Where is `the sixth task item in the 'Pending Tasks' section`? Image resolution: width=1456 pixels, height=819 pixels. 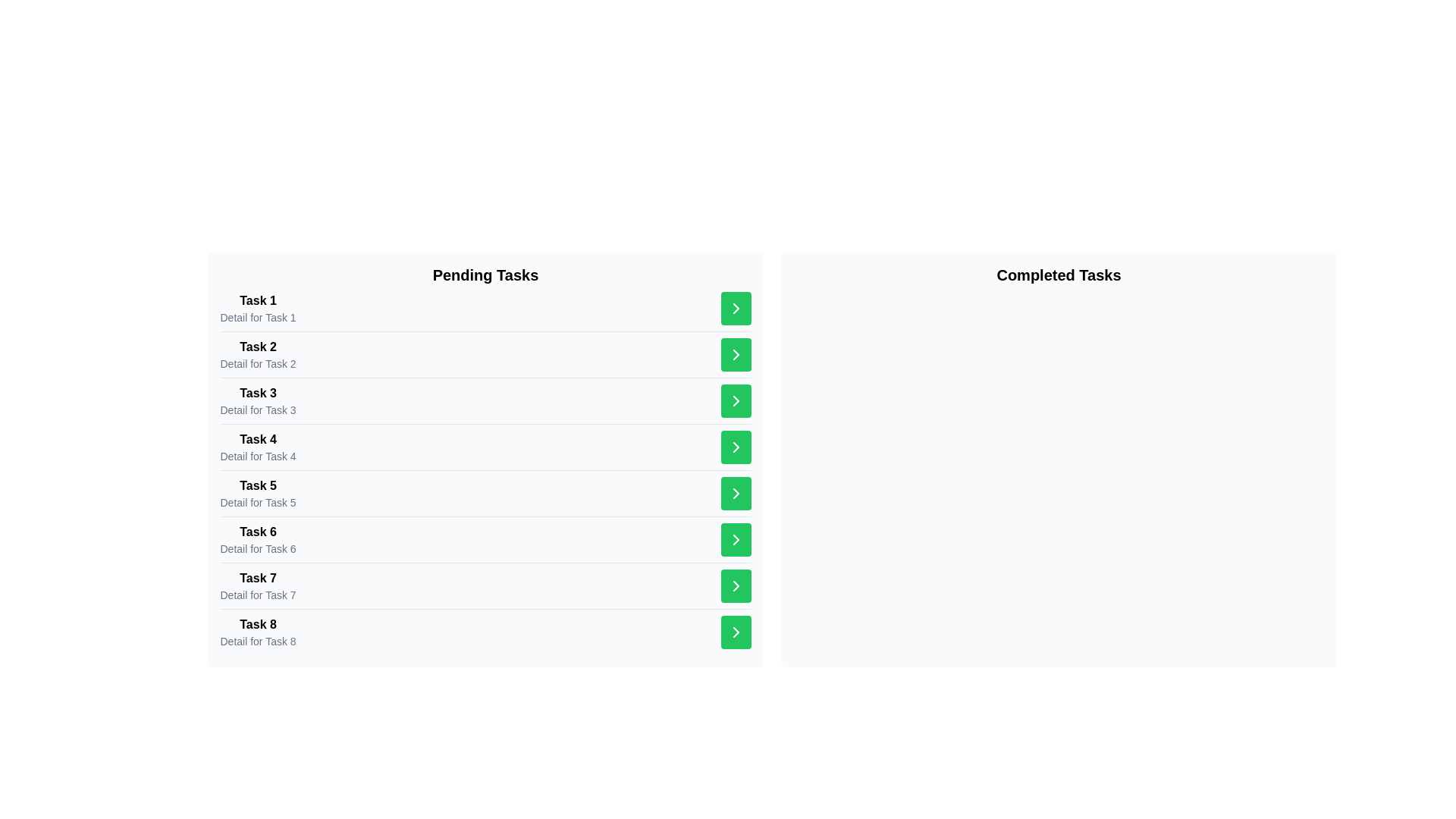 the sixth task item in the 'Pending Tasks' section is located at coordinates (485, 538).